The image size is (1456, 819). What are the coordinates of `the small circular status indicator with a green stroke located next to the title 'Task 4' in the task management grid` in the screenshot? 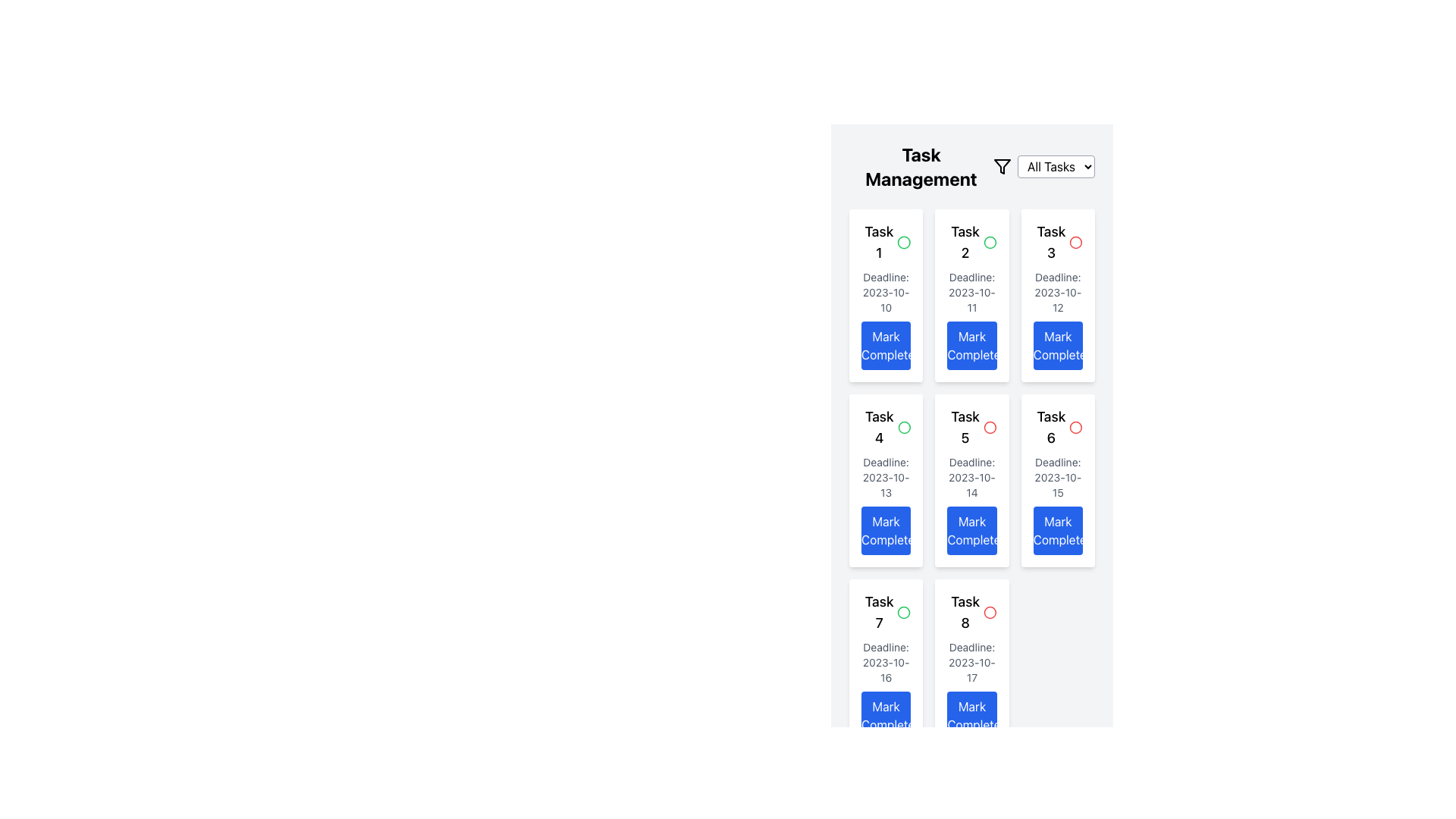 It's located at (904, 427).